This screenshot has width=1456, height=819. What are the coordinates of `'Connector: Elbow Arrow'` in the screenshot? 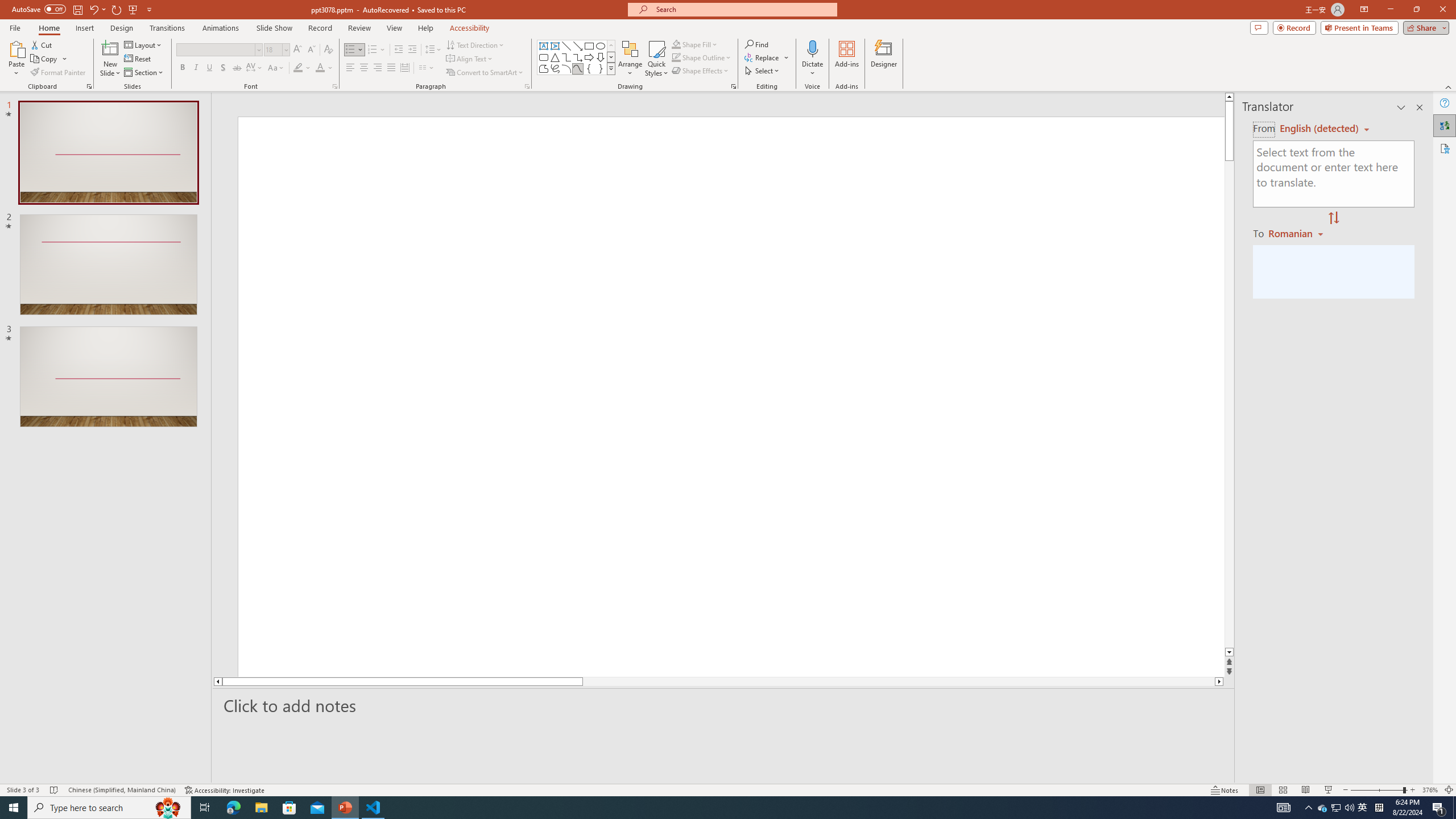 It's located at (577, 56).